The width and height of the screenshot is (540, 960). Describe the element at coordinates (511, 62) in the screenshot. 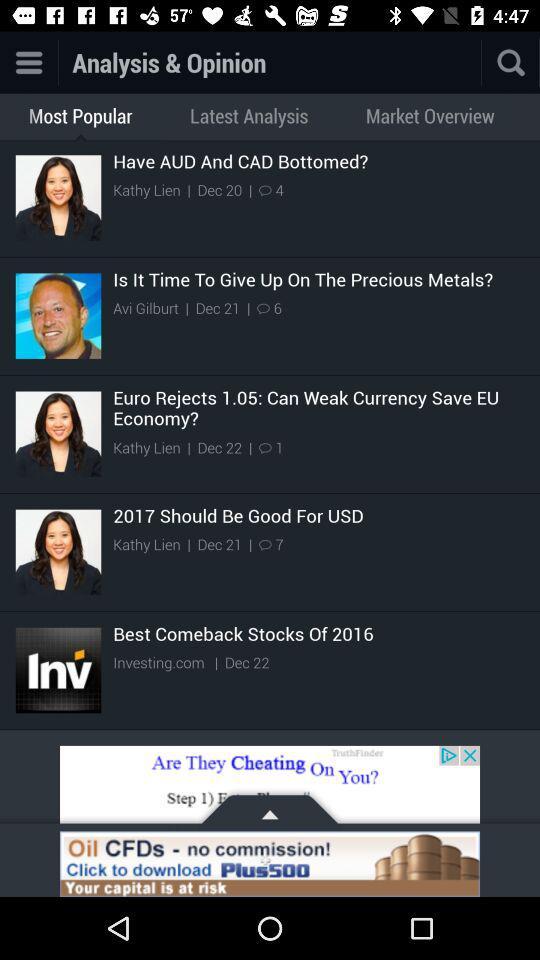

I see `search` at that location.